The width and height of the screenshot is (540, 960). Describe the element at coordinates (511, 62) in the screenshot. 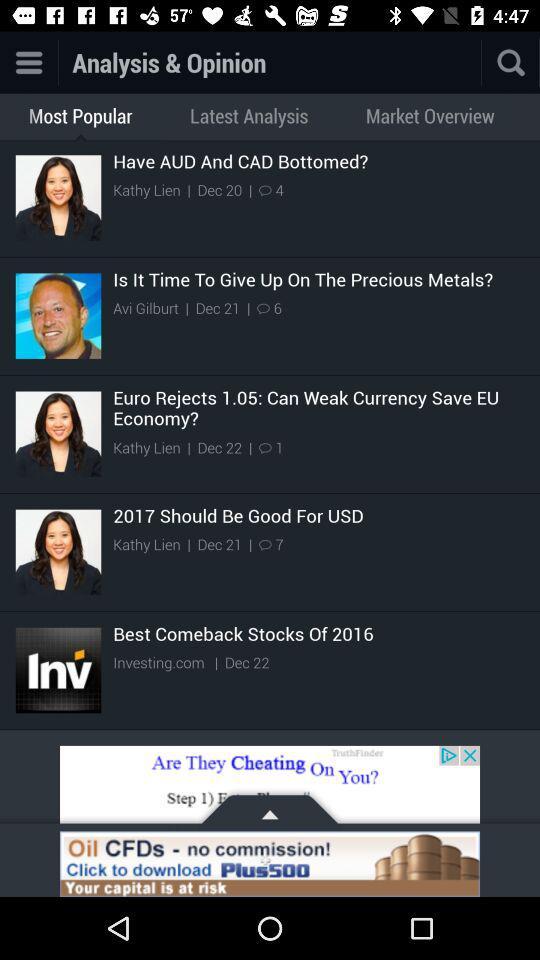

I see `search` at that location.